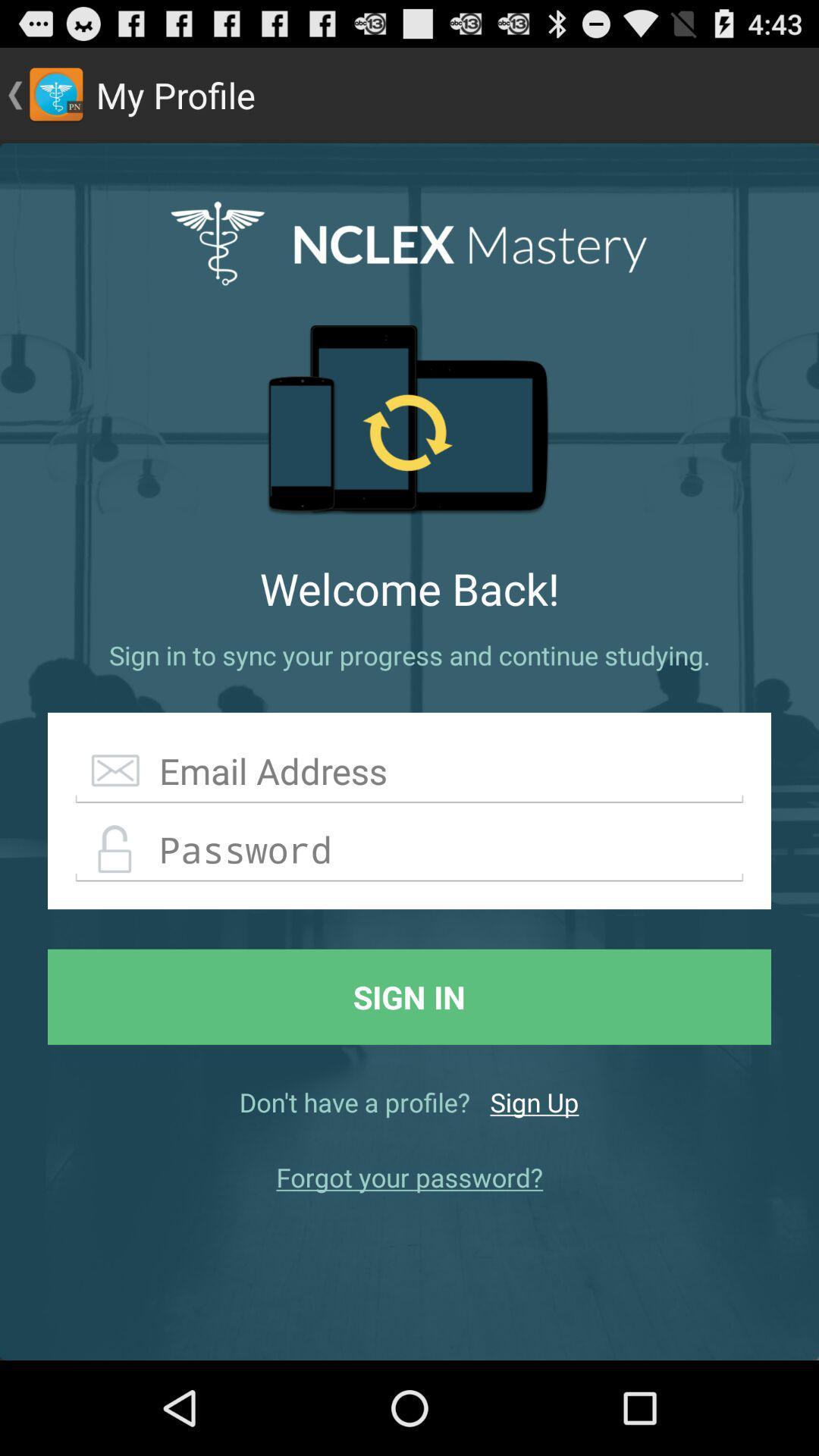 This screenshot has height=1456, width=819. I want to click on forgot your password? item, so click(409, 1176).